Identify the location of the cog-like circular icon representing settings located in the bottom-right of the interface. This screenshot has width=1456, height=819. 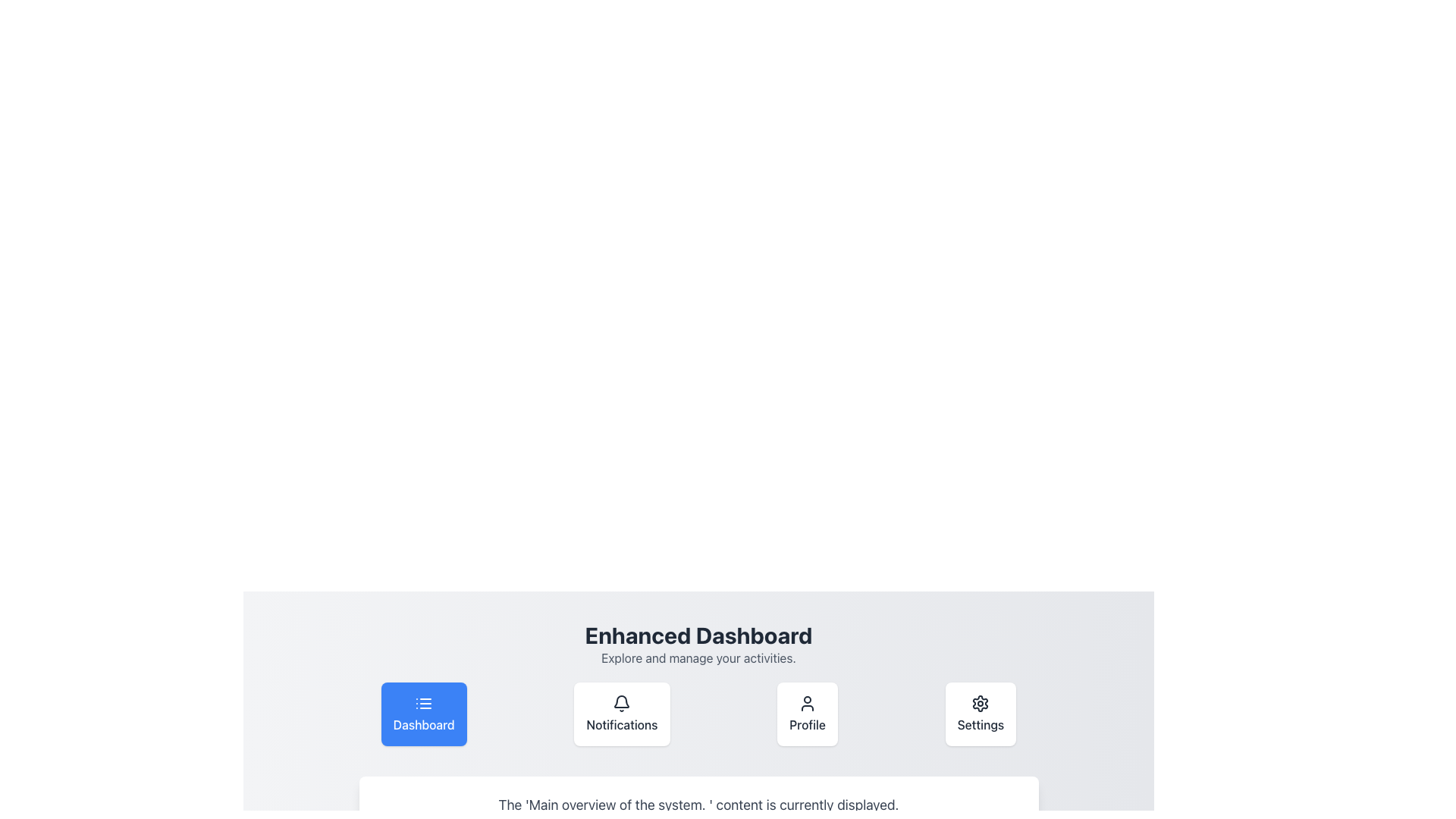
(980, 704).